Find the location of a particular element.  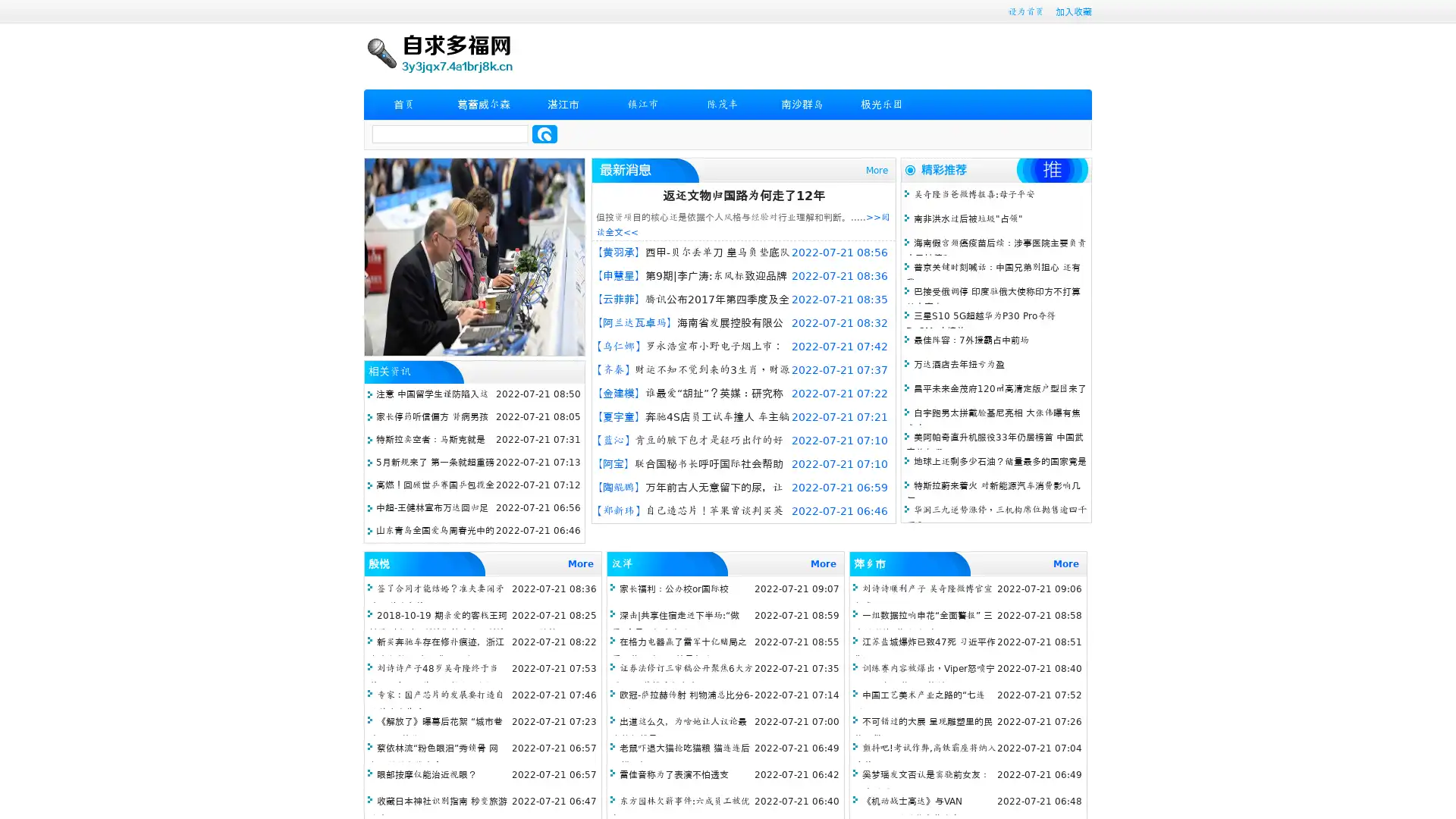

Search is located at coordinates (544, 133).